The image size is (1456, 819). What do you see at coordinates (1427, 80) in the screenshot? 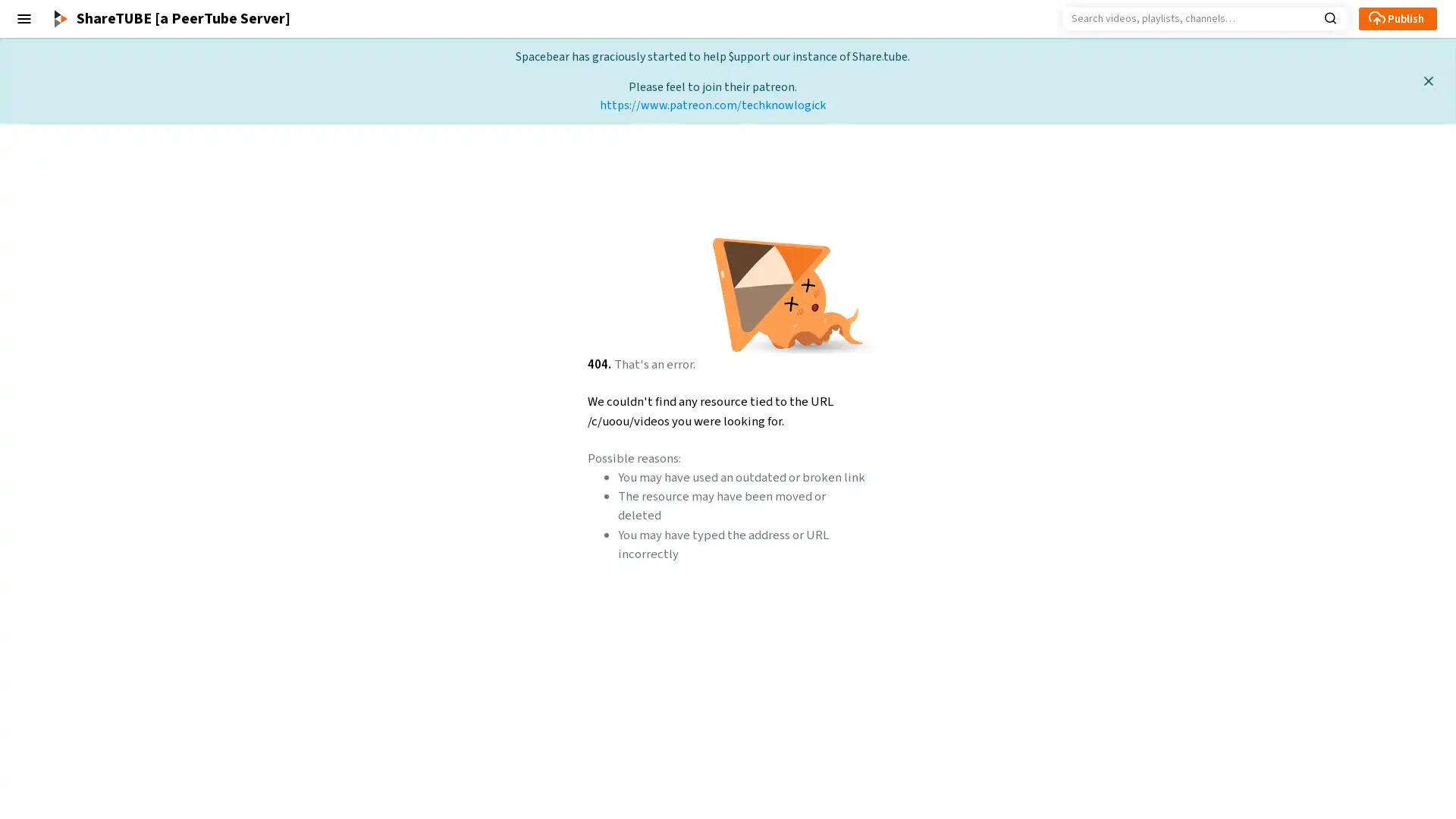
I see `Close this message` at bounding box center [1427, 80].